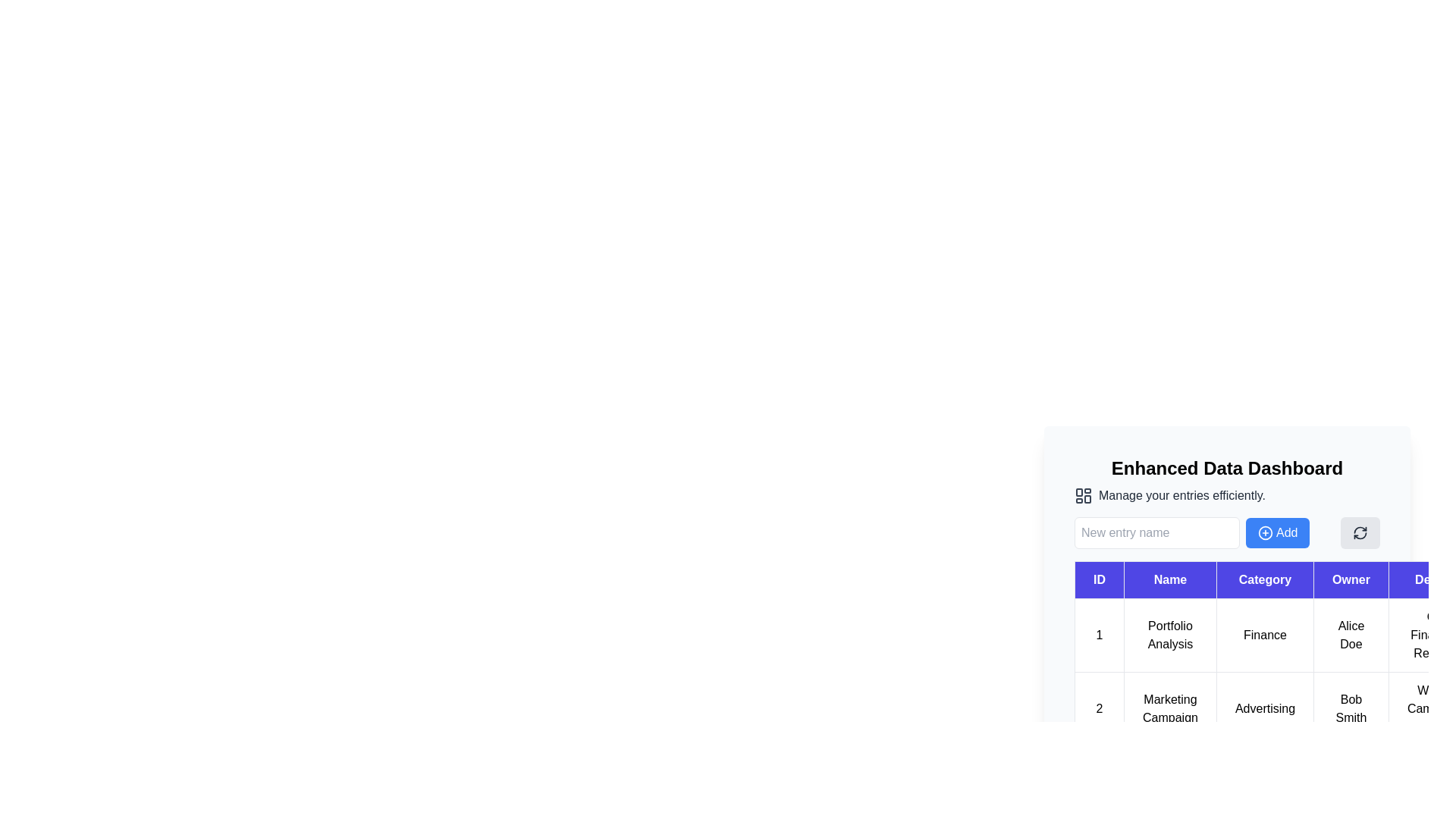 This screenshot has width=1456, height=819. What do you see at coordinates (1169, 579) in the screenshot?
I see `text in the Table Header Cell for the 'Name' column, which indicates the data pertains to names` at bounding box center [1169, 579].